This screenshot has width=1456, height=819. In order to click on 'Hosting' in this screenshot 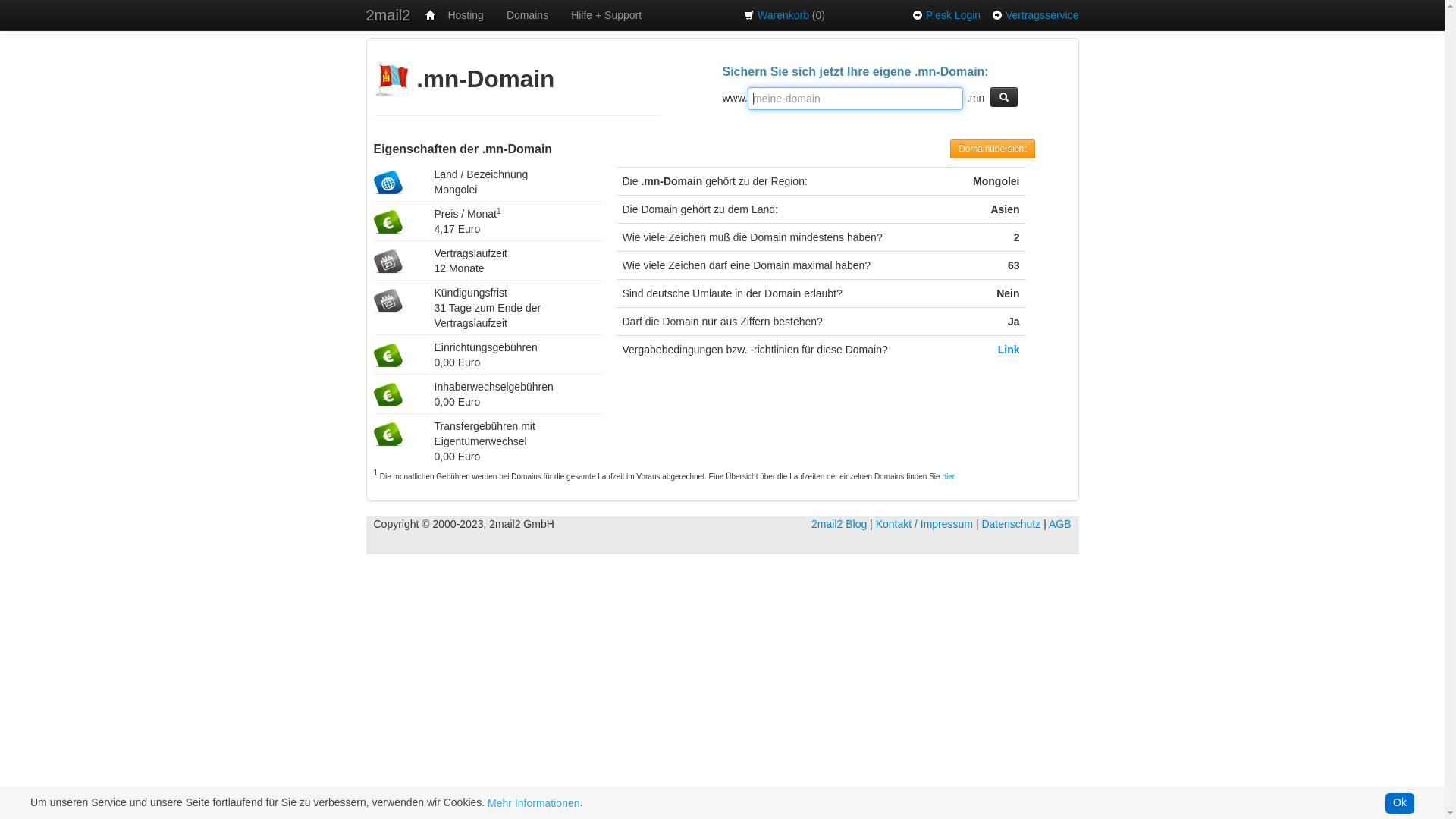, I will do `click(464, 14)`.